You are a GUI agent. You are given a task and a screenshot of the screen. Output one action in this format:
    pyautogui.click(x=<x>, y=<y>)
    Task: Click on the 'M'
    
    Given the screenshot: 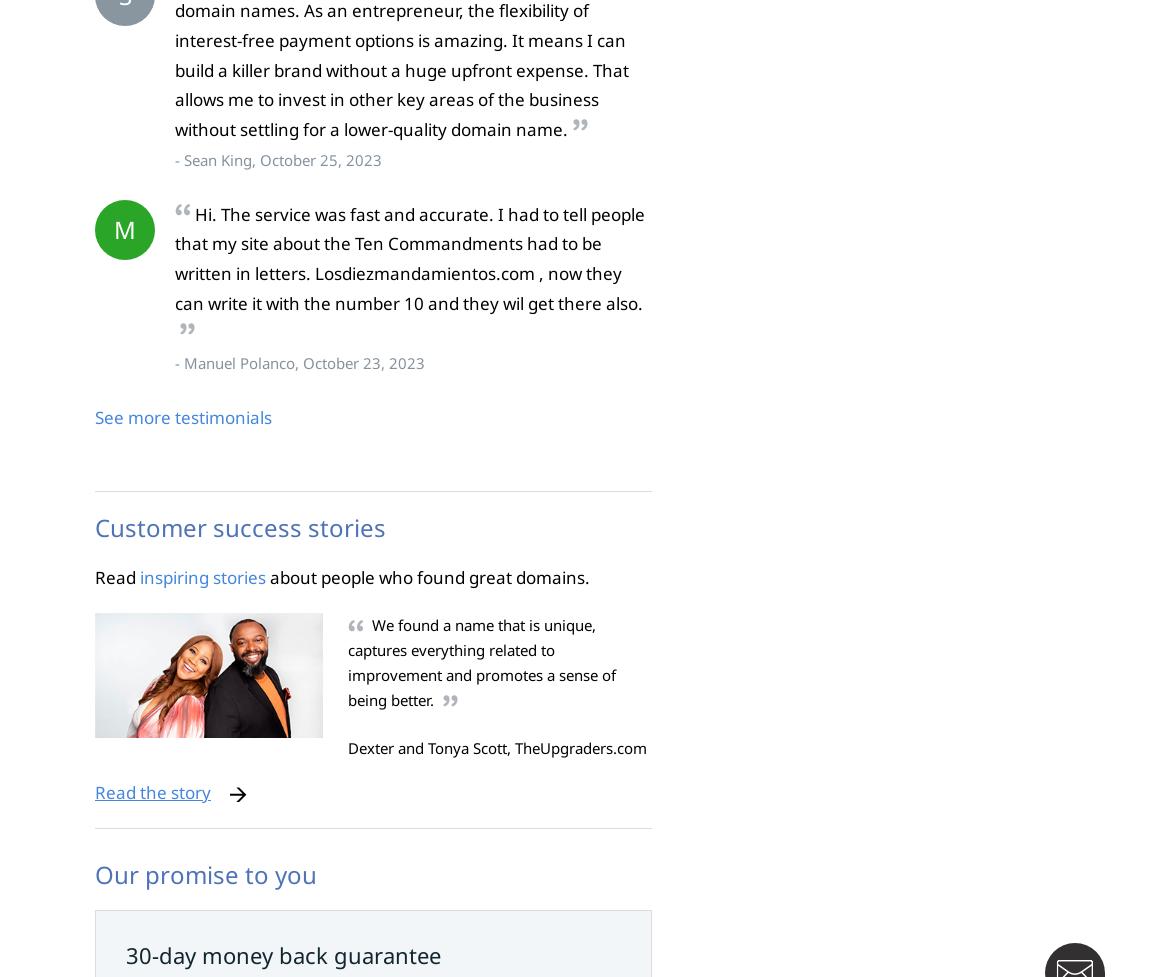 What is the action you would take?
    pyautogui.click(x=124, y=227)
    